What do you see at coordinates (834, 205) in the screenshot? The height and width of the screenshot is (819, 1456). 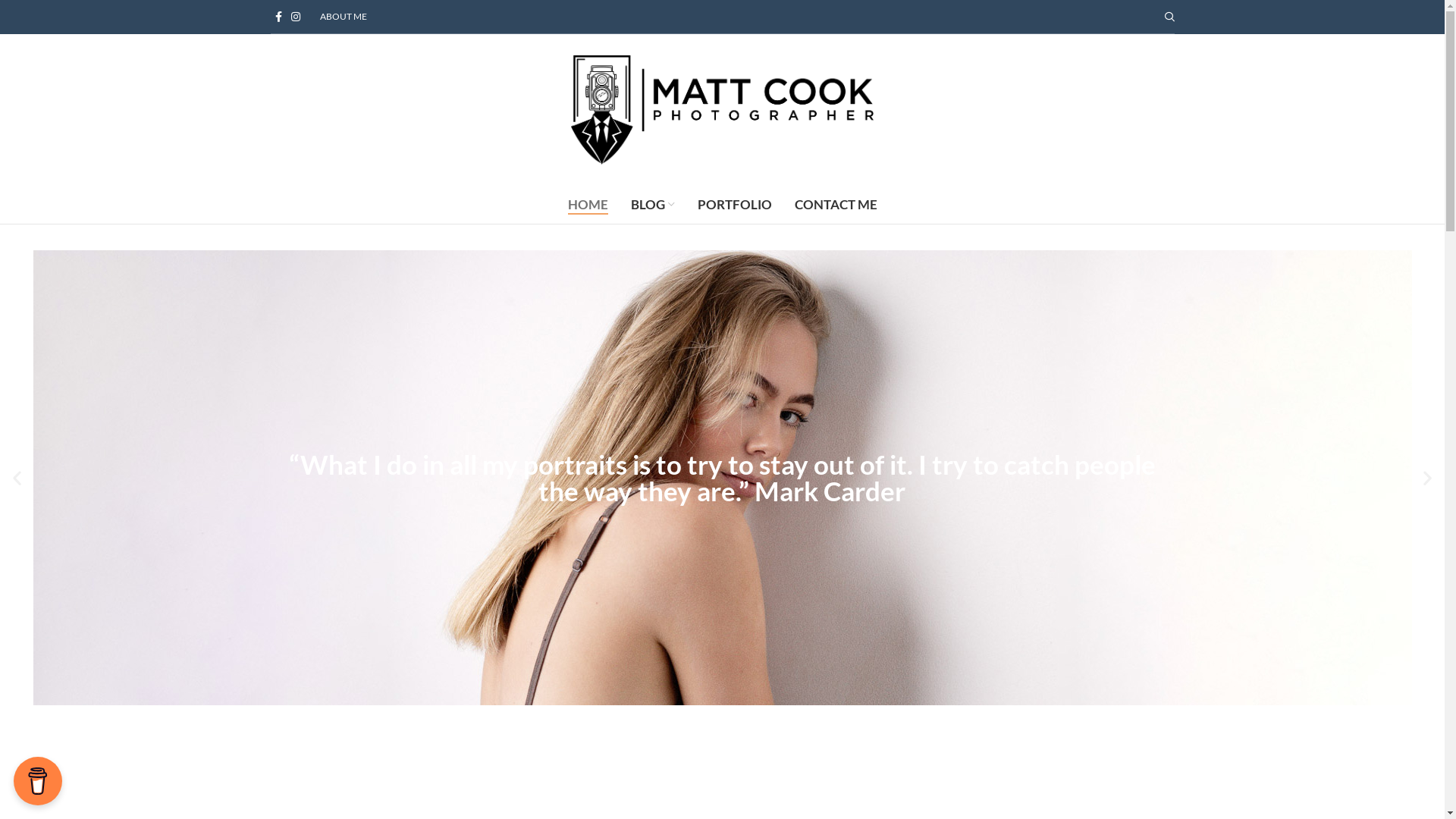 I see `'CONTACT ME'` at bounding box center [834, 205].